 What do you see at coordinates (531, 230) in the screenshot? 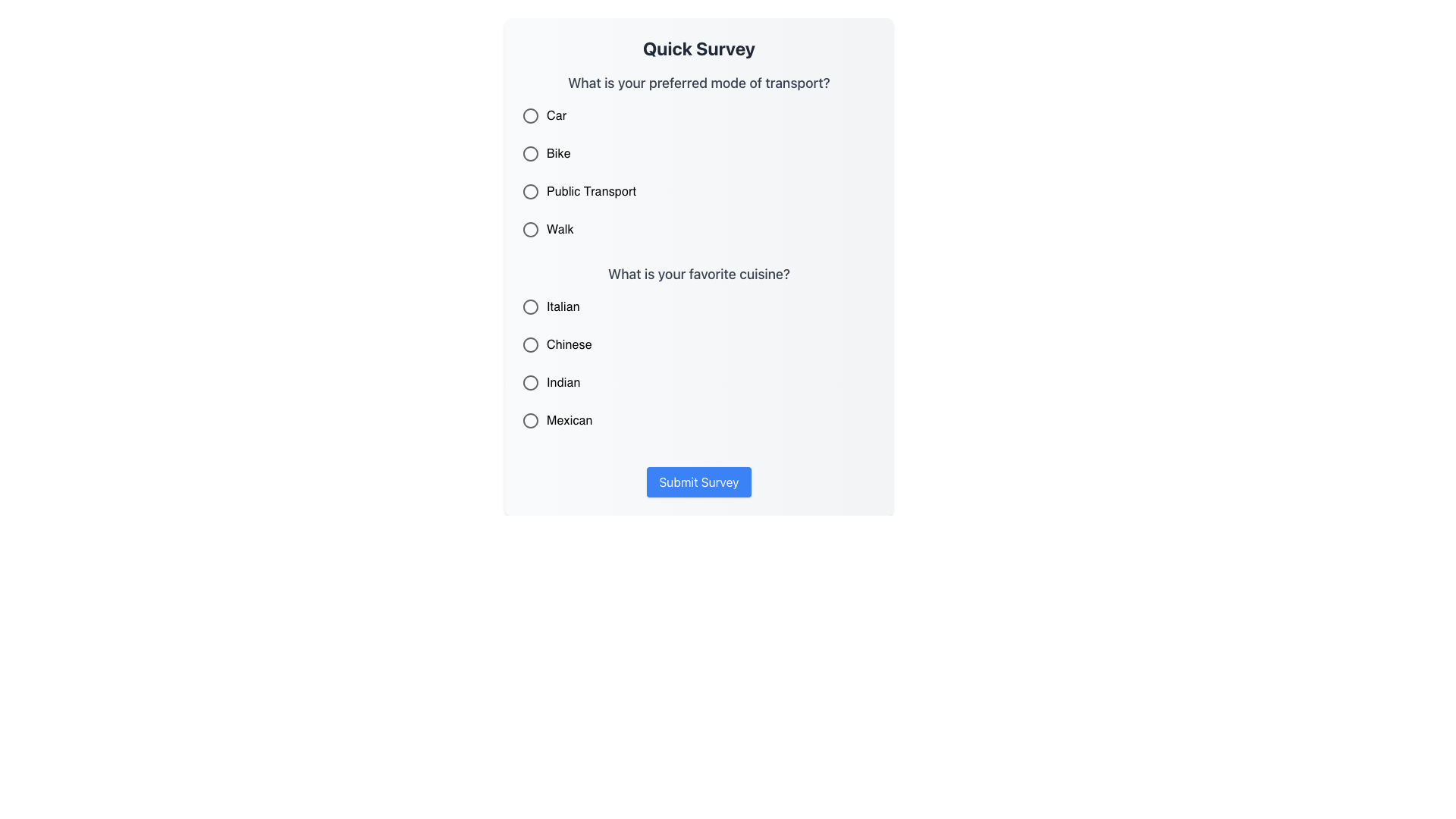
I see `the circular radio button styled as an outline with a hollow center, located adjacent to the text 'Walk'` at bounding box center [531, 230].